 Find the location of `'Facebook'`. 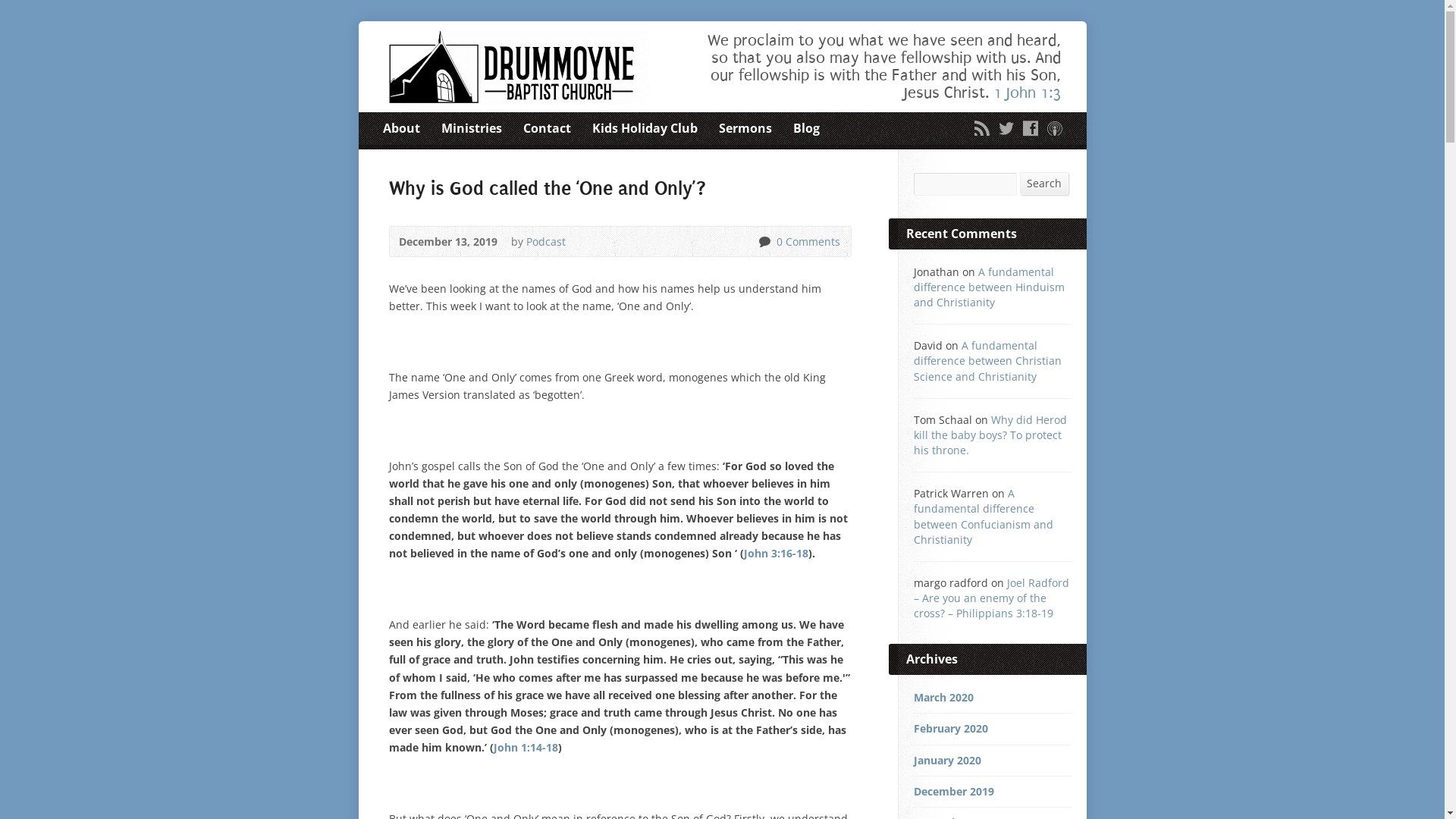

'Facebook' is located at coordinates (1030, 127).